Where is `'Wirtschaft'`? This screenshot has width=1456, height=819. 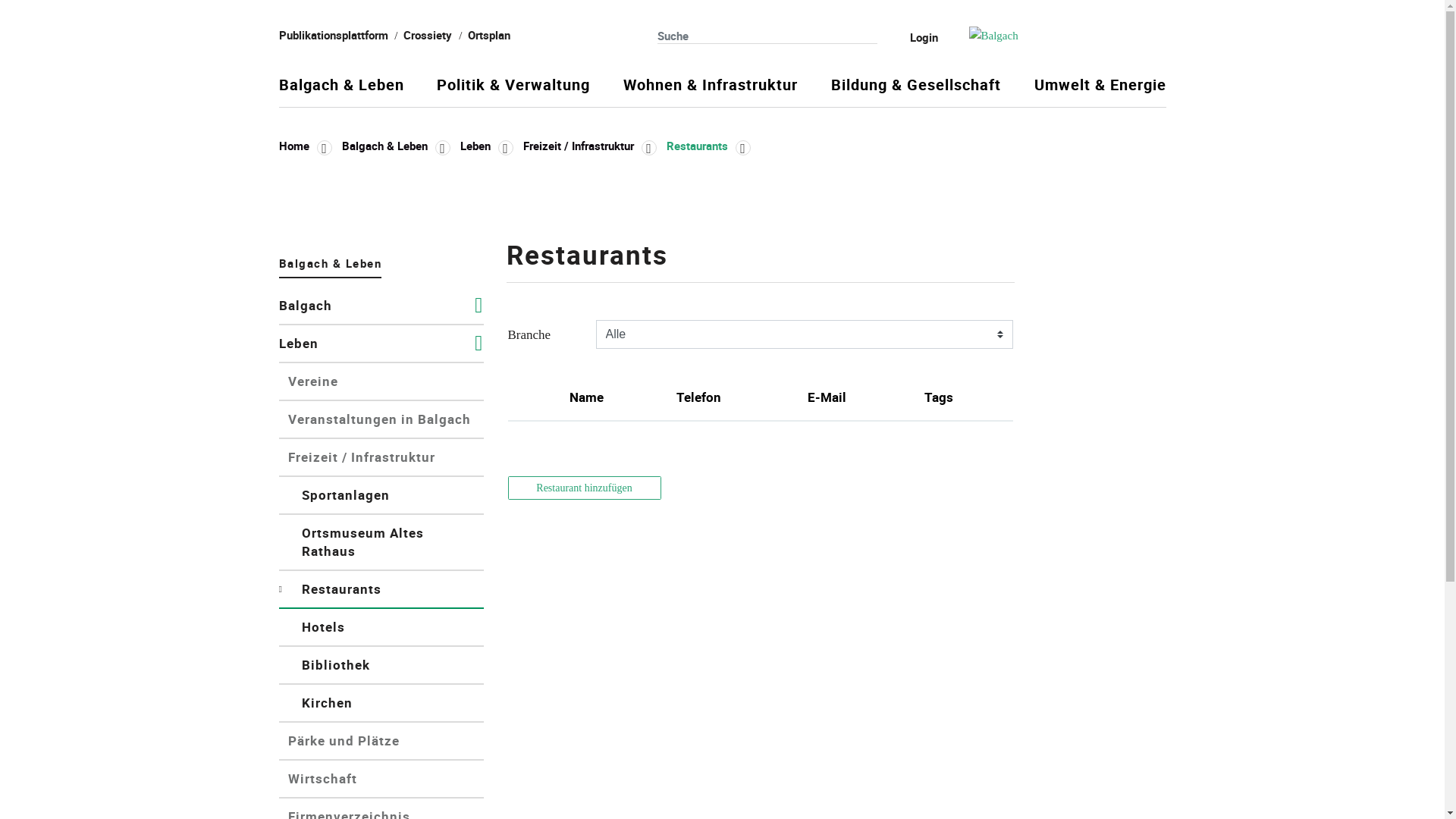
'Wirtschaft' is located at coordinates (381, 780).